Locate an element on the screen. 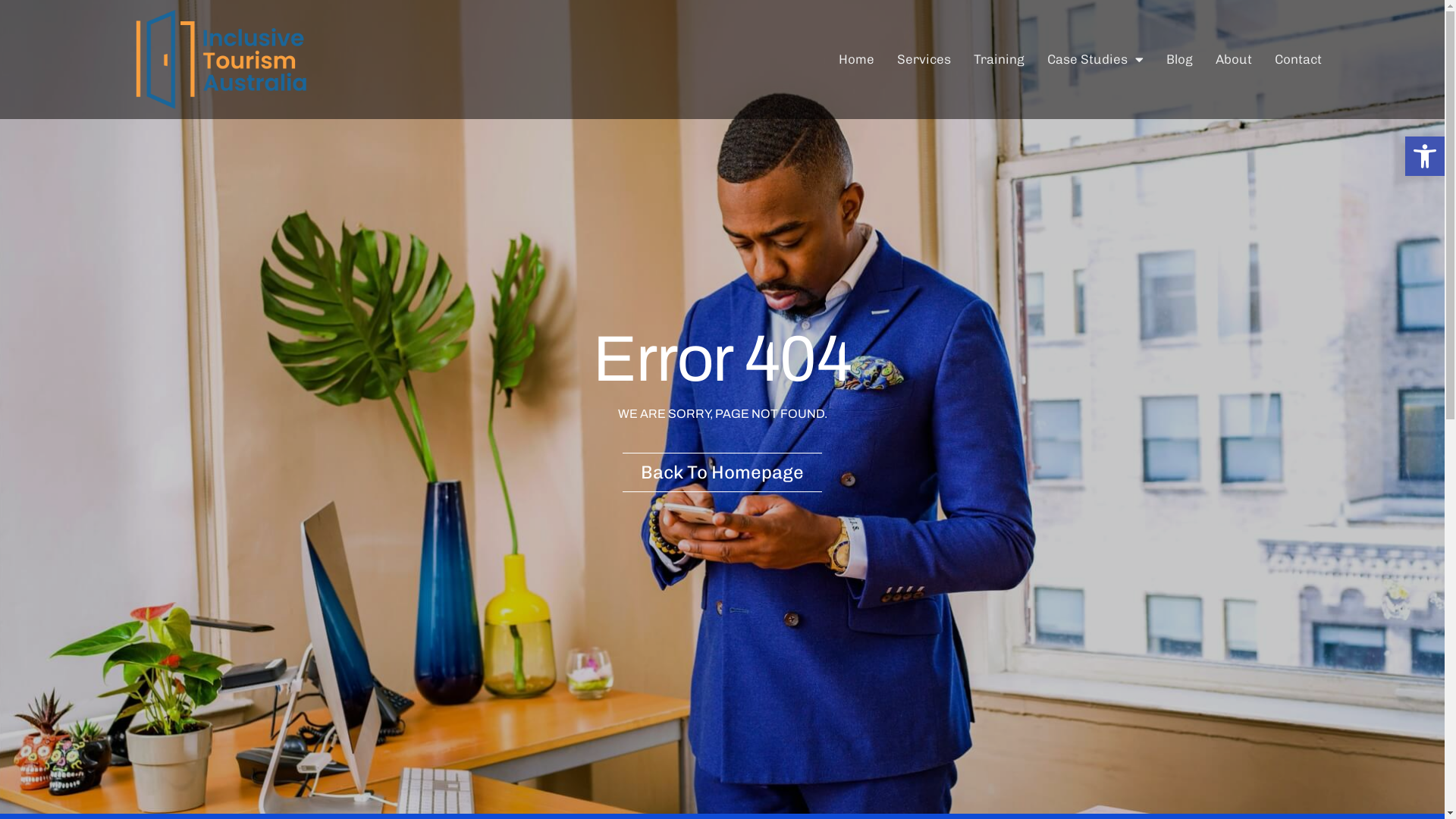 The height and width of the screenshot is (819, 1456). 'Contact' is located at coordinates (1296, 58).